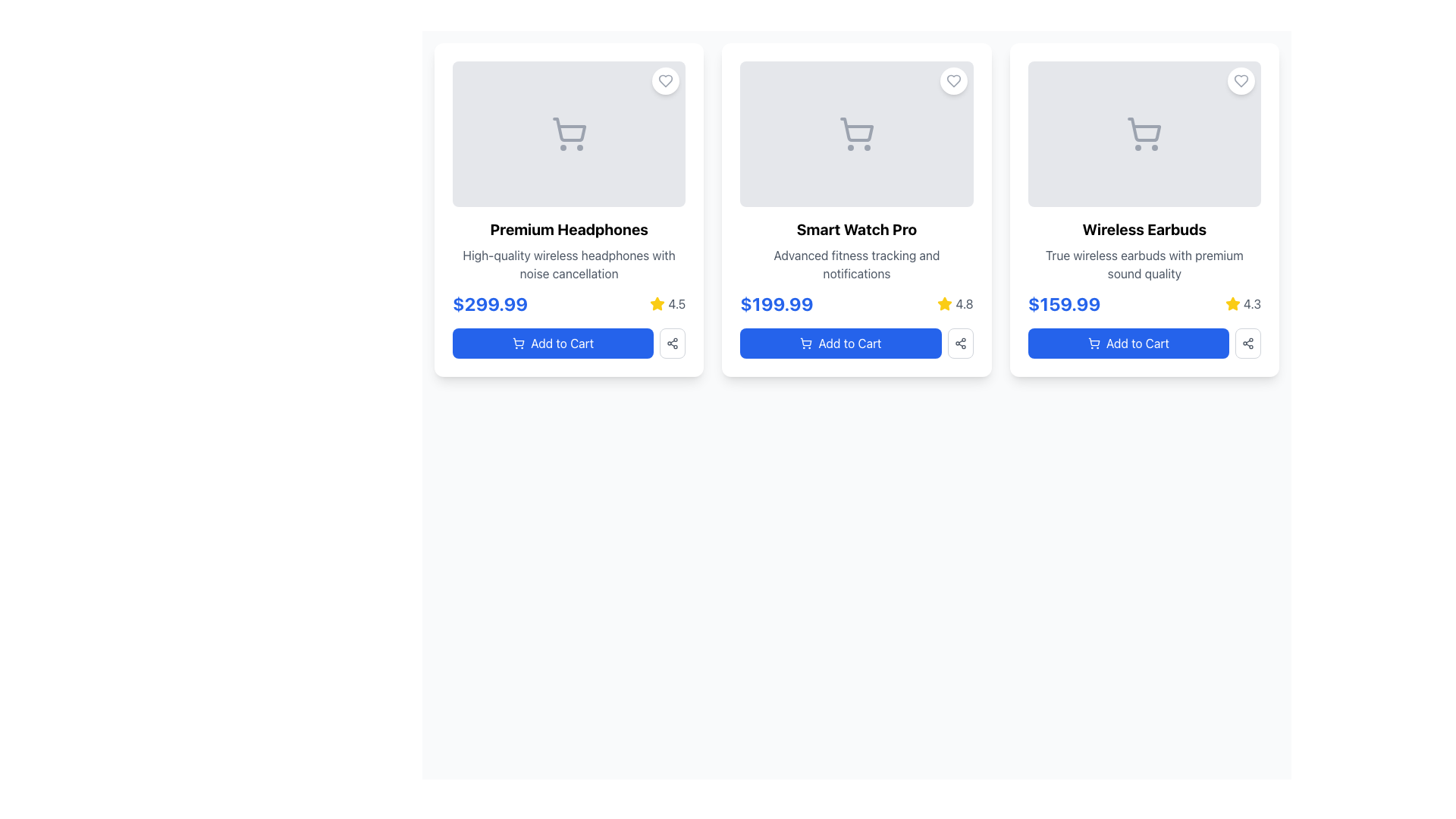 The width and height of the screenshot is (1456, 819). What do you see at coordinates (1144, 129) in the screenshot?
I see `the shopping cart icon located at the top center of the 'Wireless Earbuds' card component` at bounding box center [1144, 129].